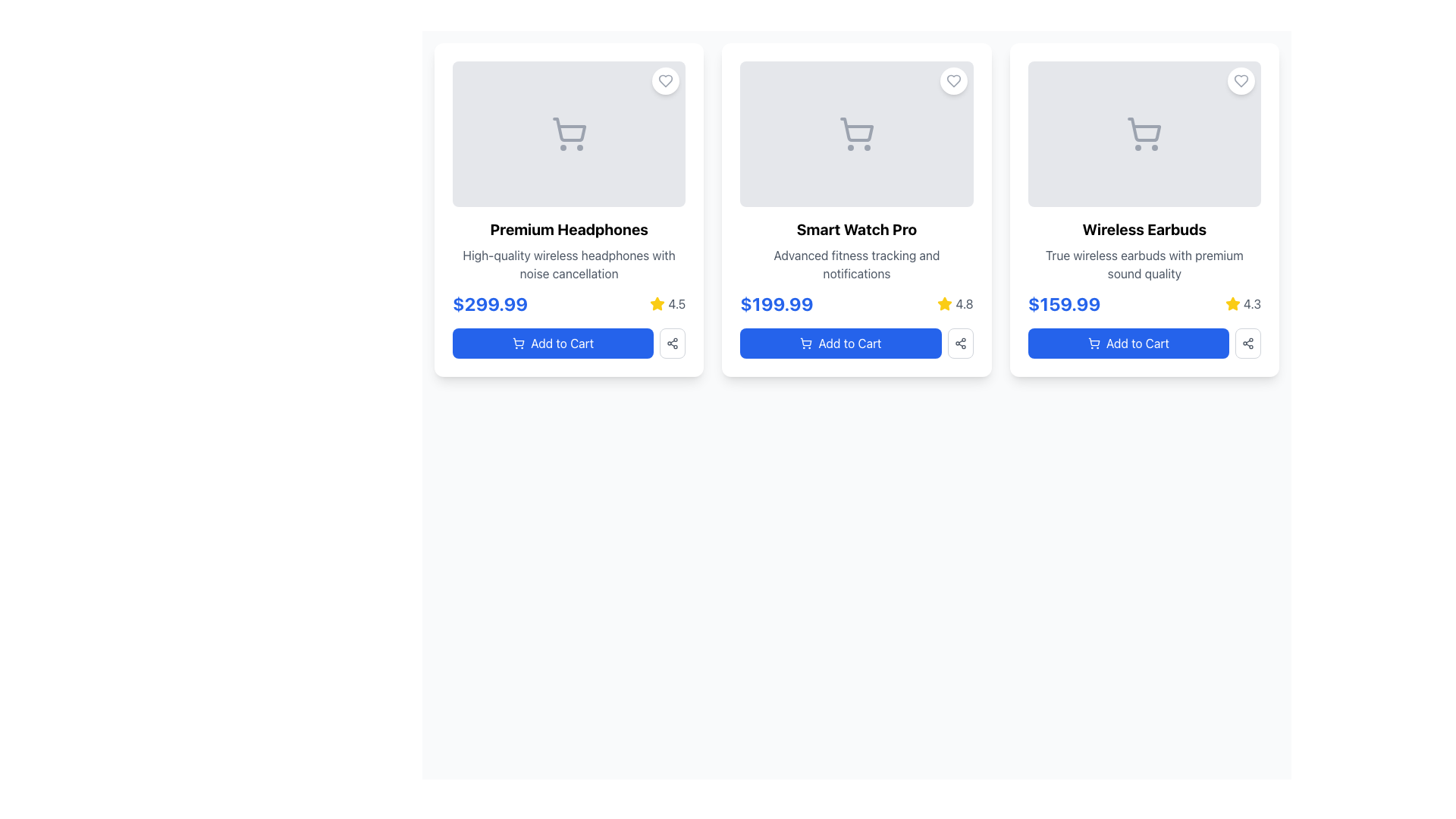 The width and height of the screenshot is (1456, 819). What do you see at coordinates (1144, 129) in the screenshot?
I see `the shopping cart icon located at the top center of the 'Wireless Earbuds' card component` at bounding box center [1144, 129].